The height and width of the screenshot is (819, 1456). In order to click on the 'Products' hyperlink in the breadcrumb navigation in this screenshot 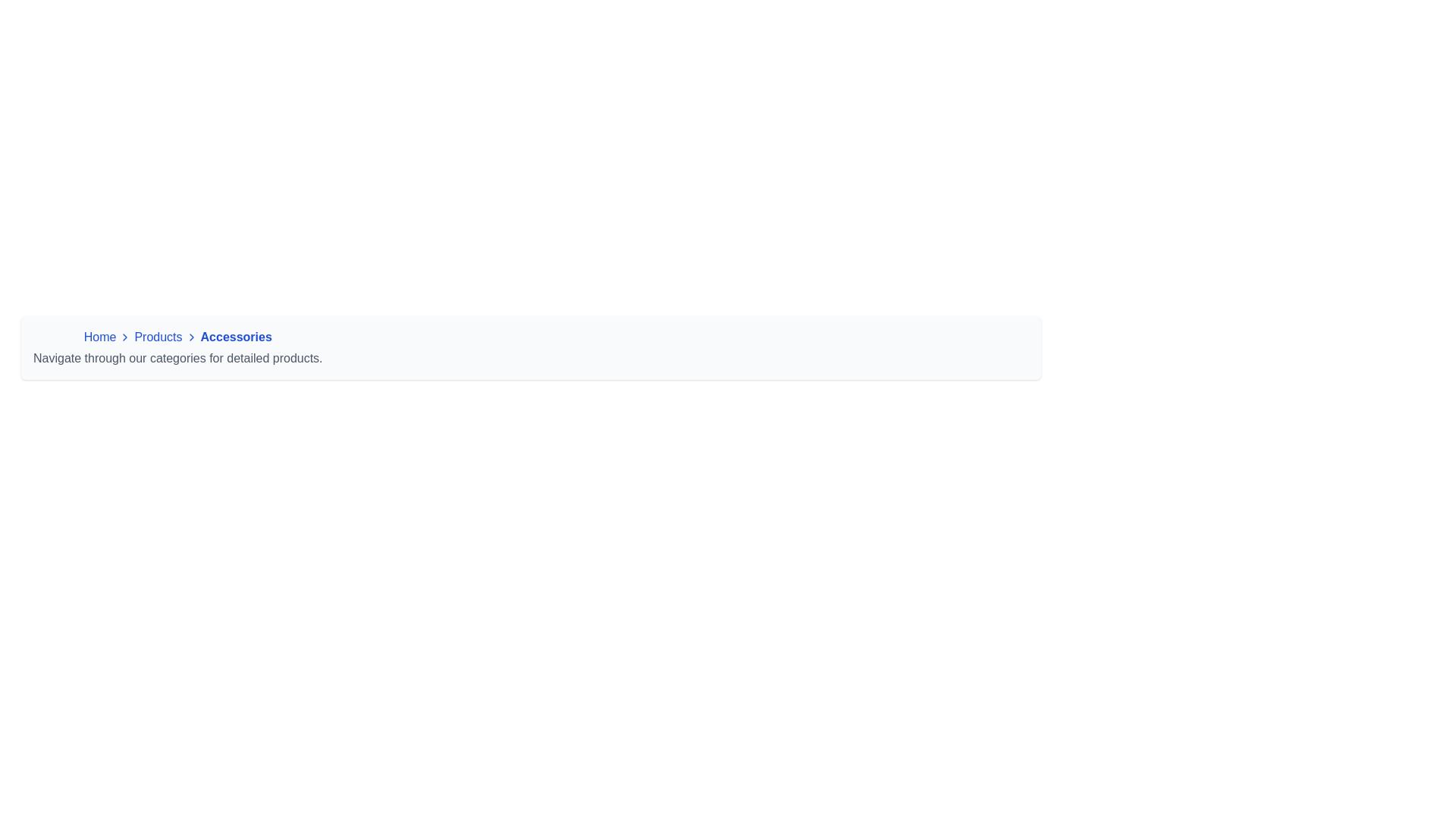, I will do `click(158, 336)`.